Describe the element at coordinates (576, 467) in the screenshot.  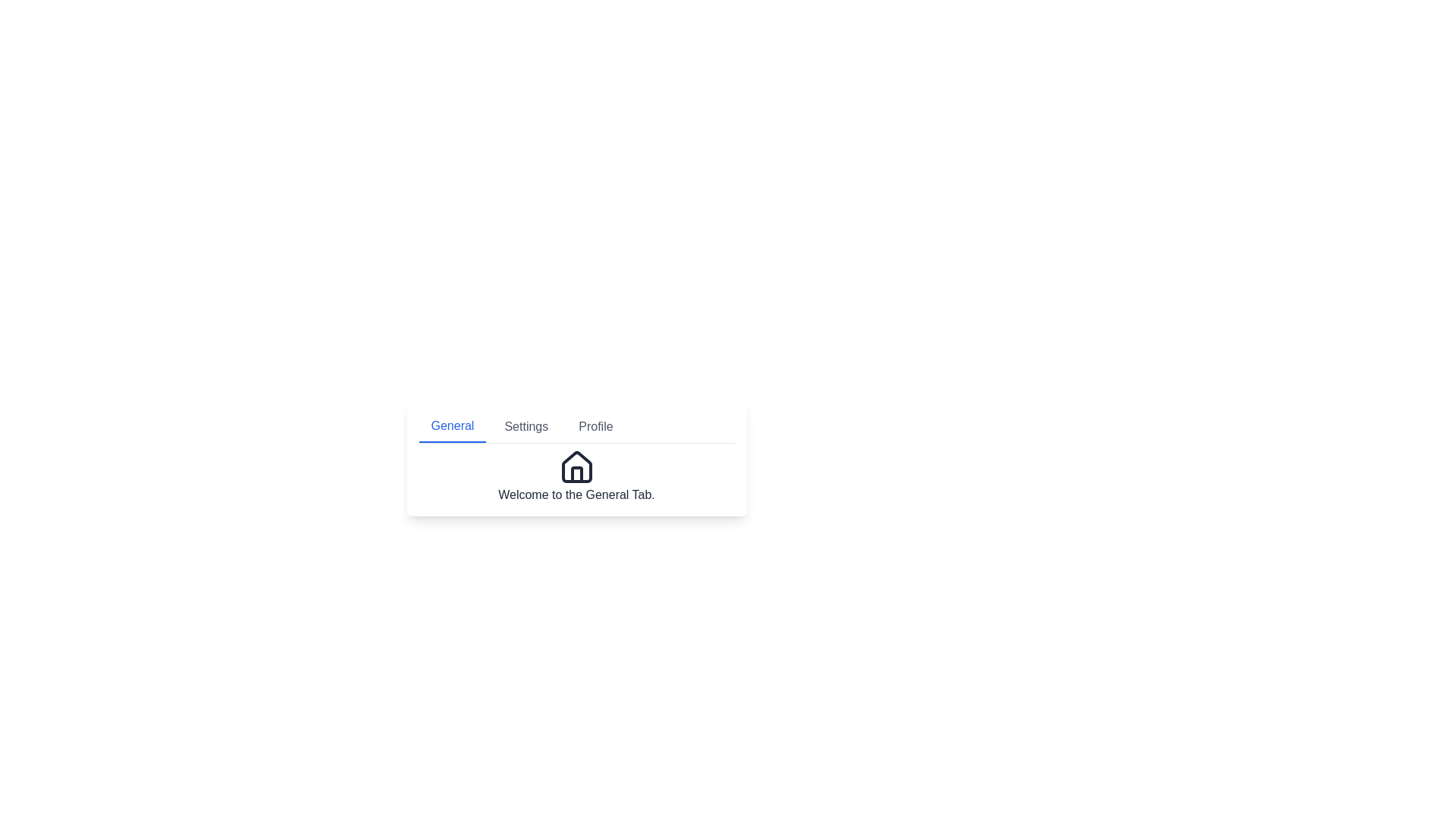
I see `the house icon, which is a simple, modern design in black and white` at that location.